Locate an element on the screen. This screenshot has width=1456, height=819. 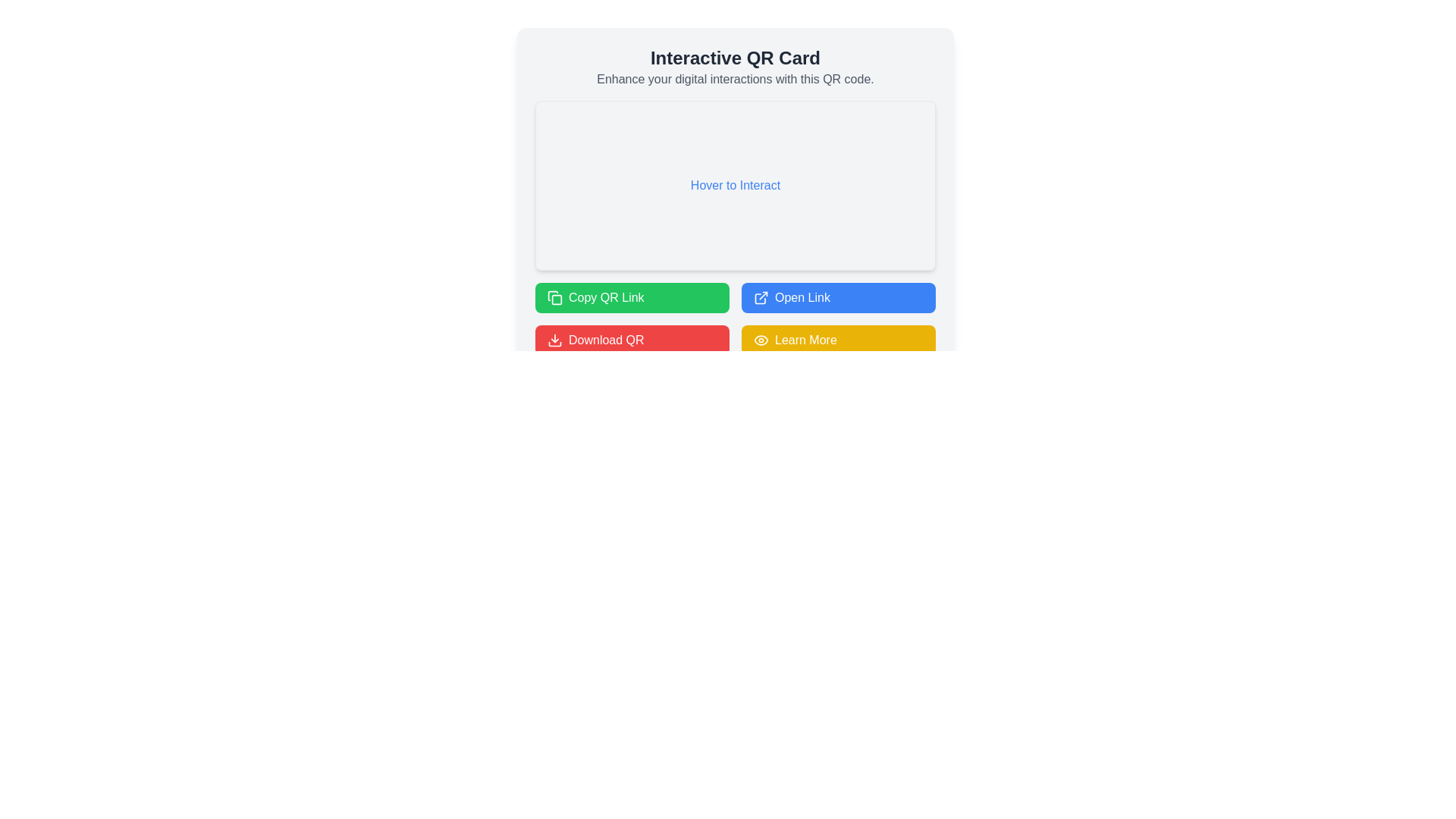
the first button in the grid layout to copy the QR link is located at coordinates (632, 298).